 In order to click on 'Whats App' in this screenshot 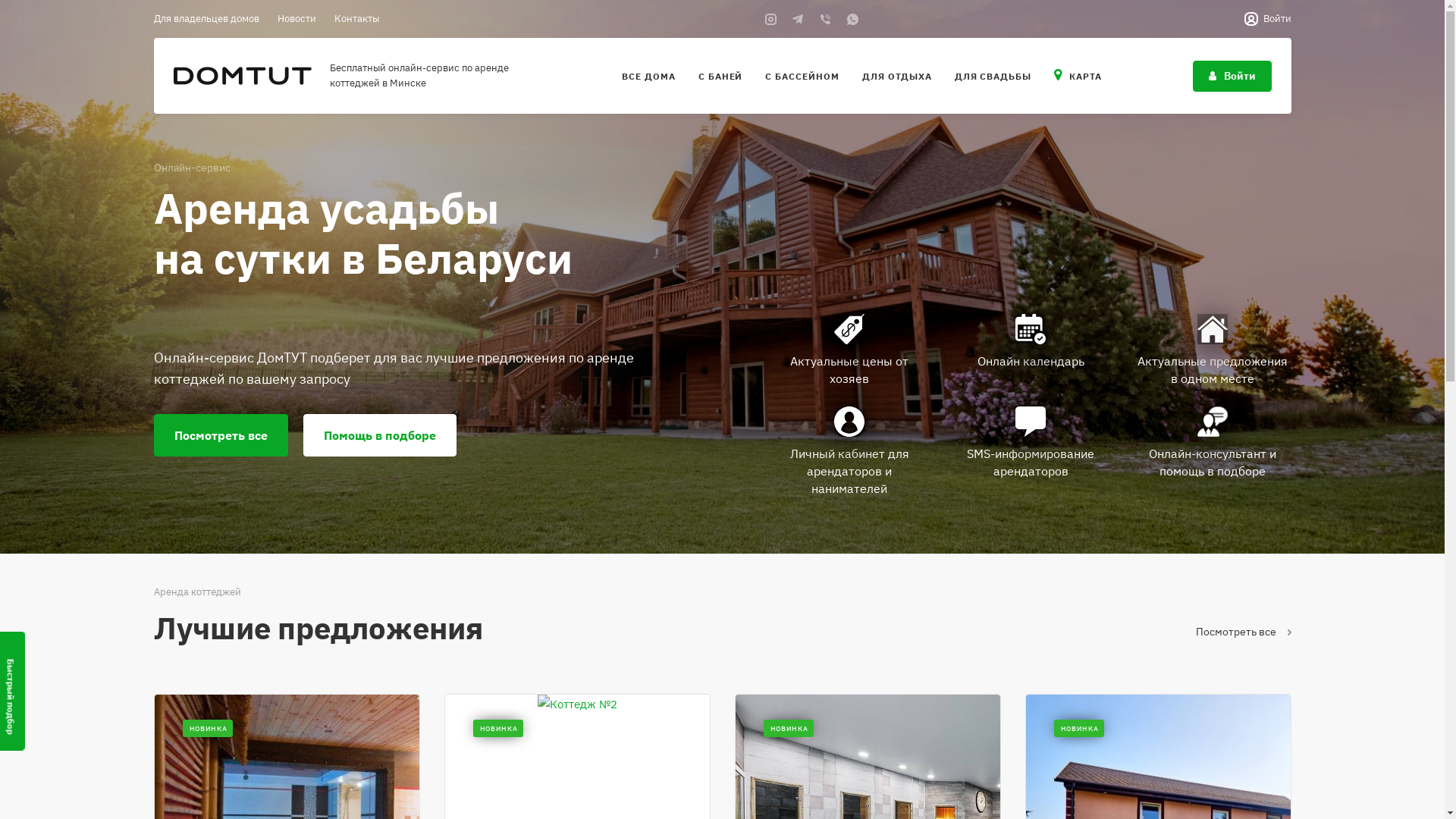, I will do `click(843, 18)`.